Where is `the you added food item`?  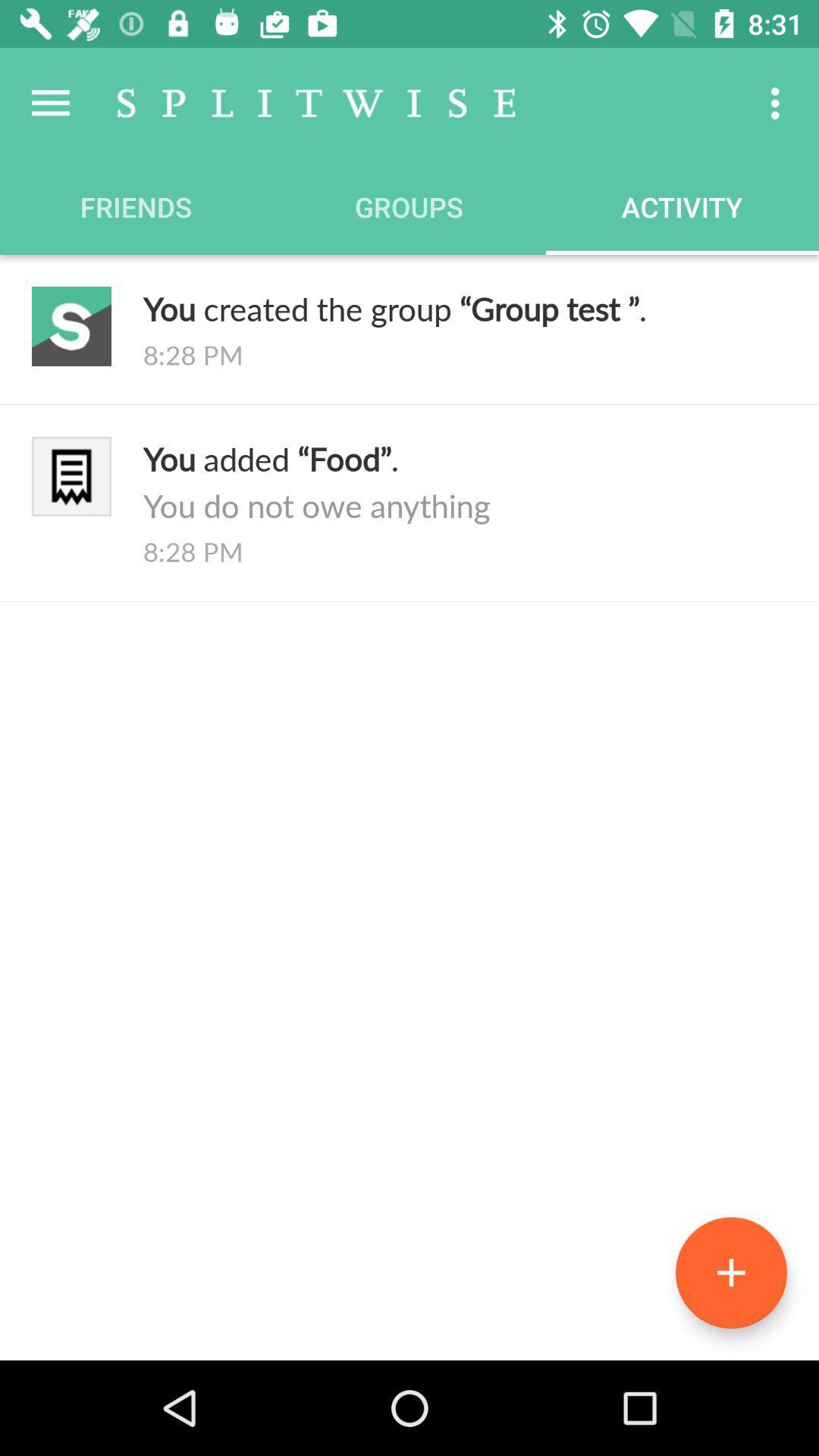
the you added food item is located at coordinates (464, 481).